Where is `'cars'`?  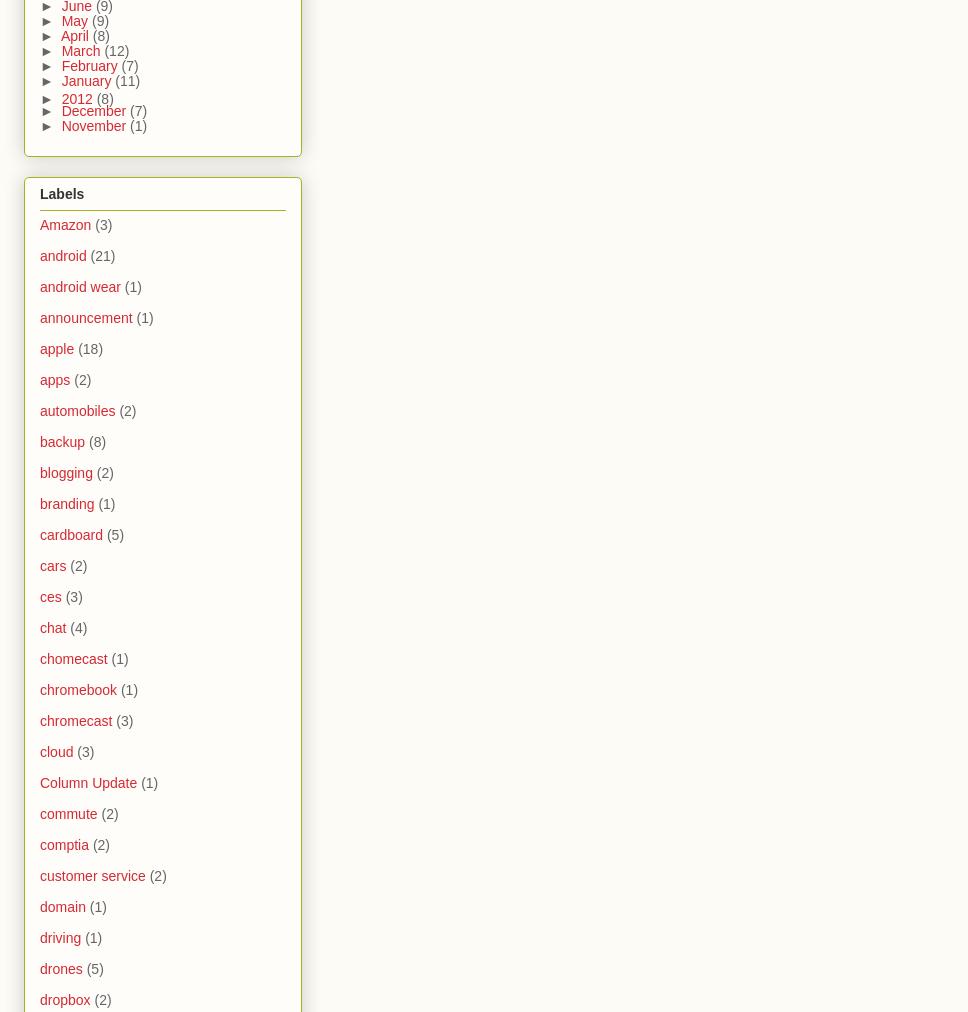
'cars' is located at coordinates (52, 565).